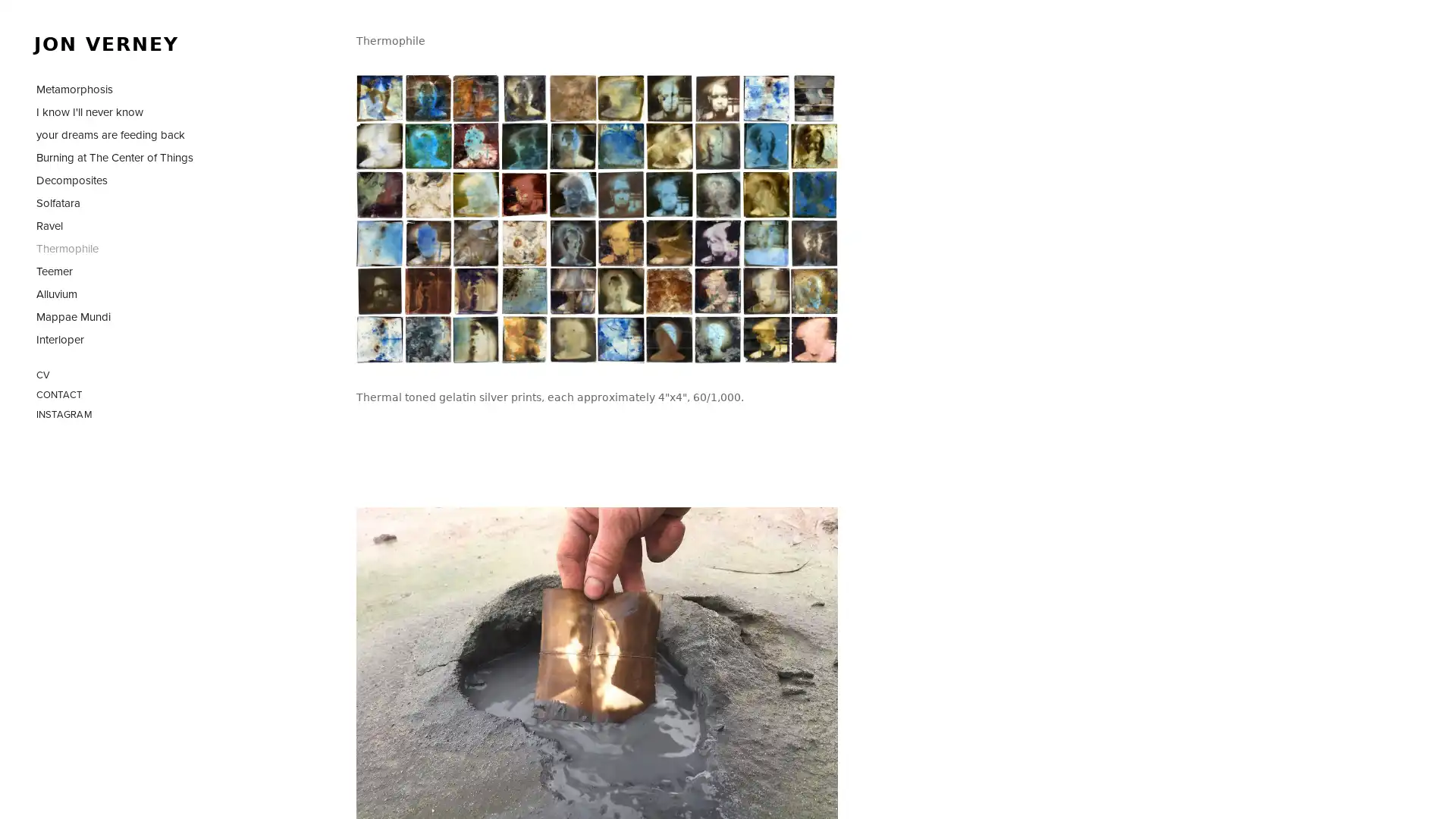 This screenshot has height=819, width=1456. What do you see at coordinates (379, 338) in the screenshot?
I see `View fullsize jon_verney_thermophile_45.jpg` at bounding box center [379, 338].